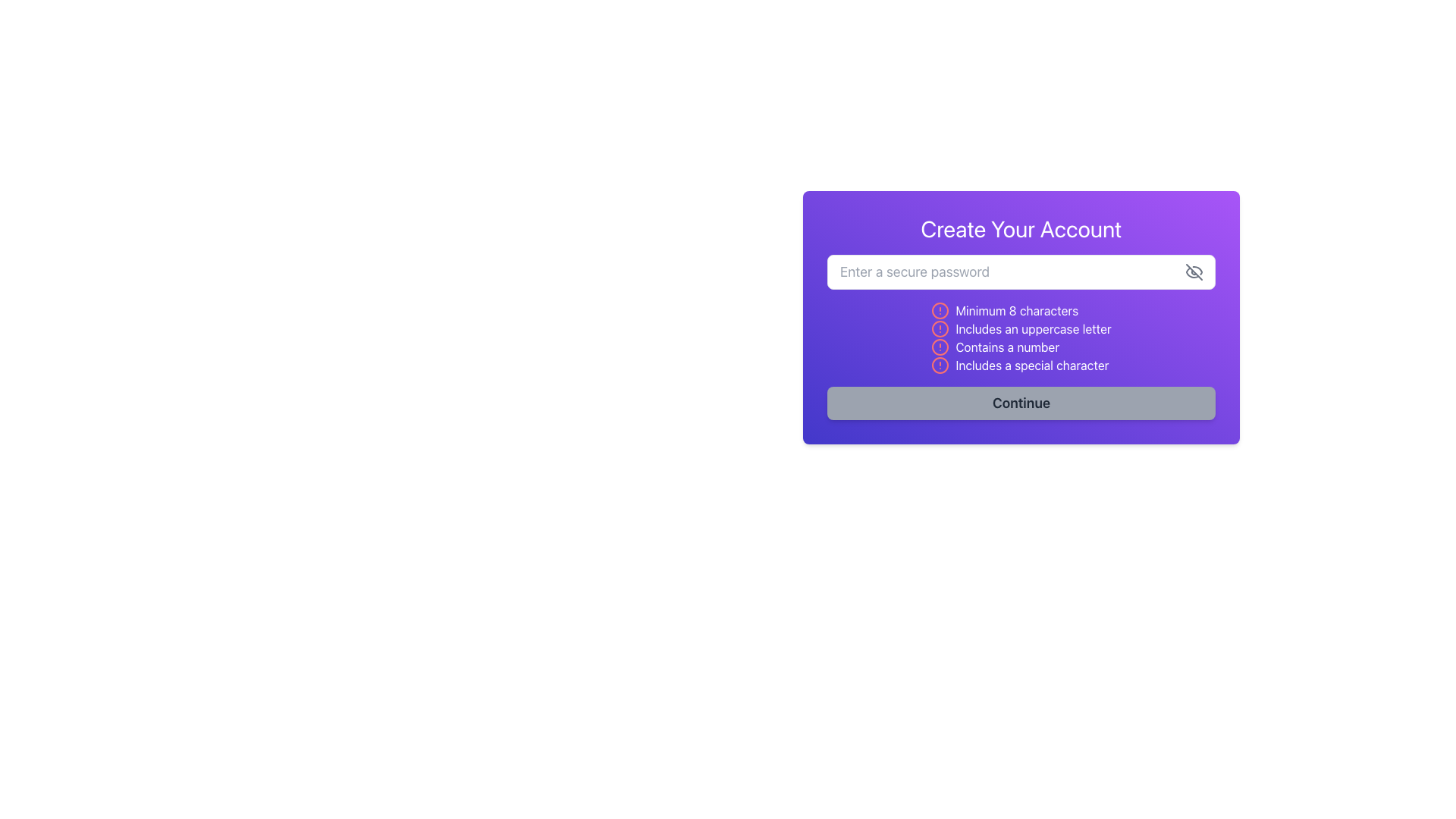 The width and height of the screenshot is (1456, 819). I want to click on the text label with the red alert icon and the message 'Includes an uppercase letter', so click(1021, 328).